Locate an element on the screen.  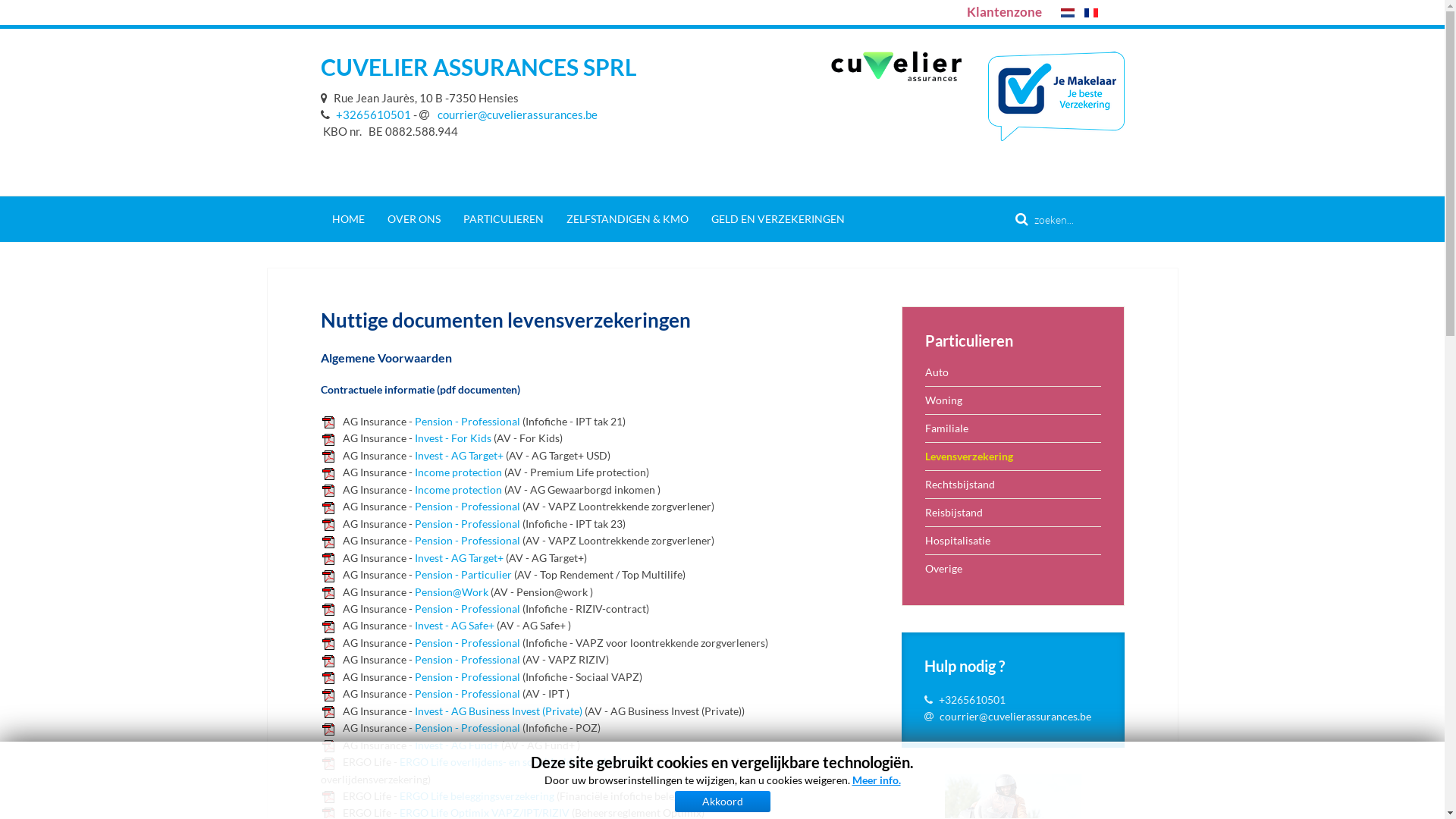
'Klantenzone' is located at coordinates (1003, 11).